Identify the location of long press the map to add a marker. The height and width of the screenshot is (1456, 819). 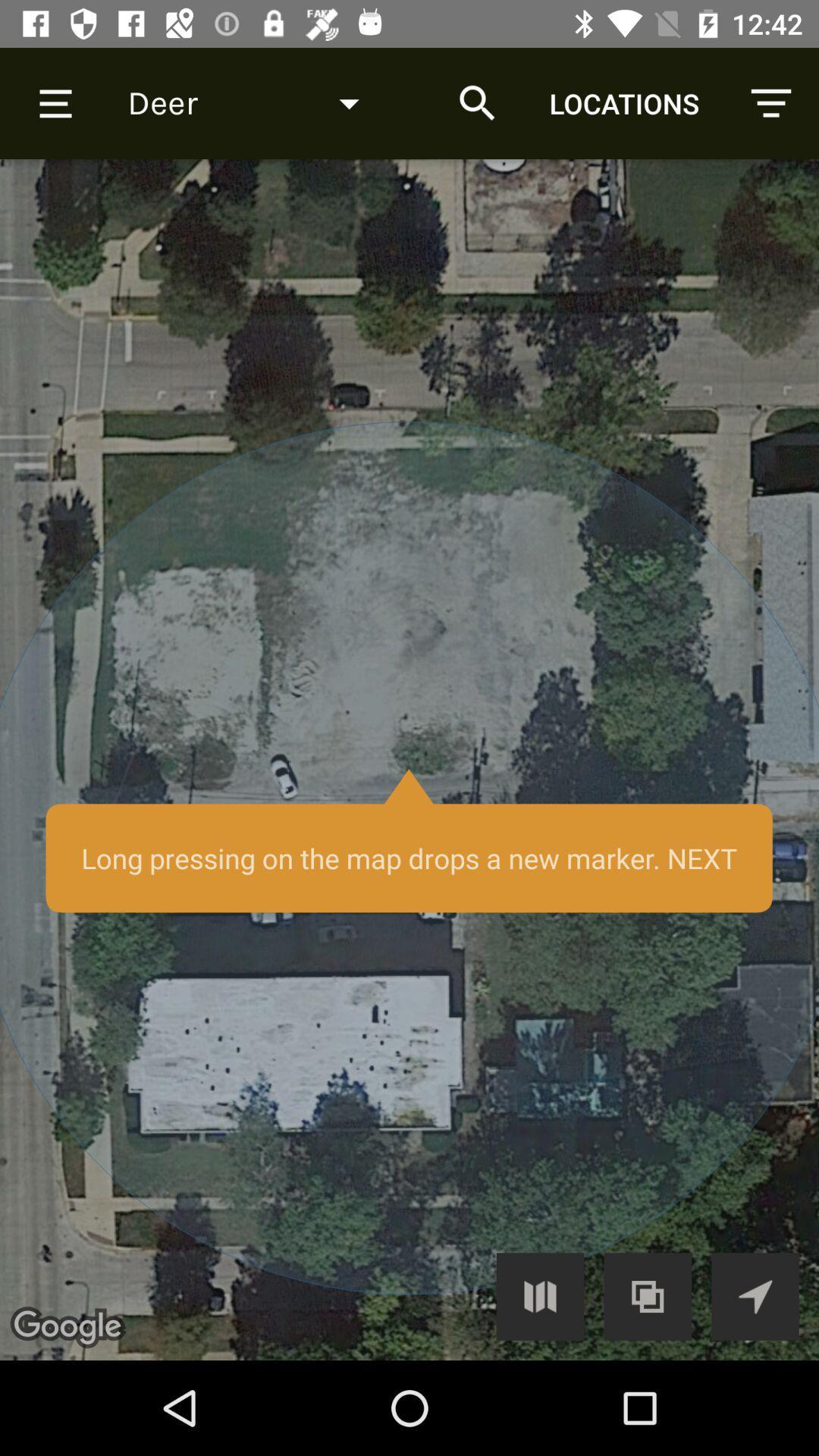
(409, 760).